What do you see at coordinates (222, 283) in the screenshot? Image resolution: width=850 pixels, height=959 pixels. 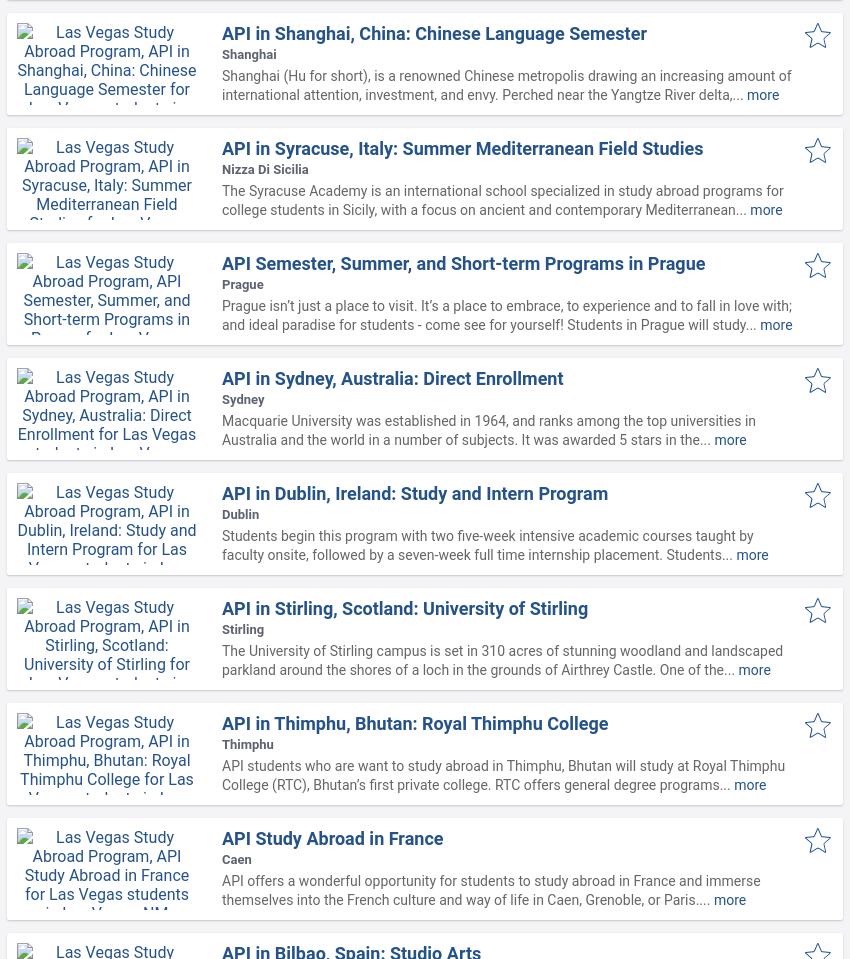 I see `'Prague'` at bounding box center [222, 283].